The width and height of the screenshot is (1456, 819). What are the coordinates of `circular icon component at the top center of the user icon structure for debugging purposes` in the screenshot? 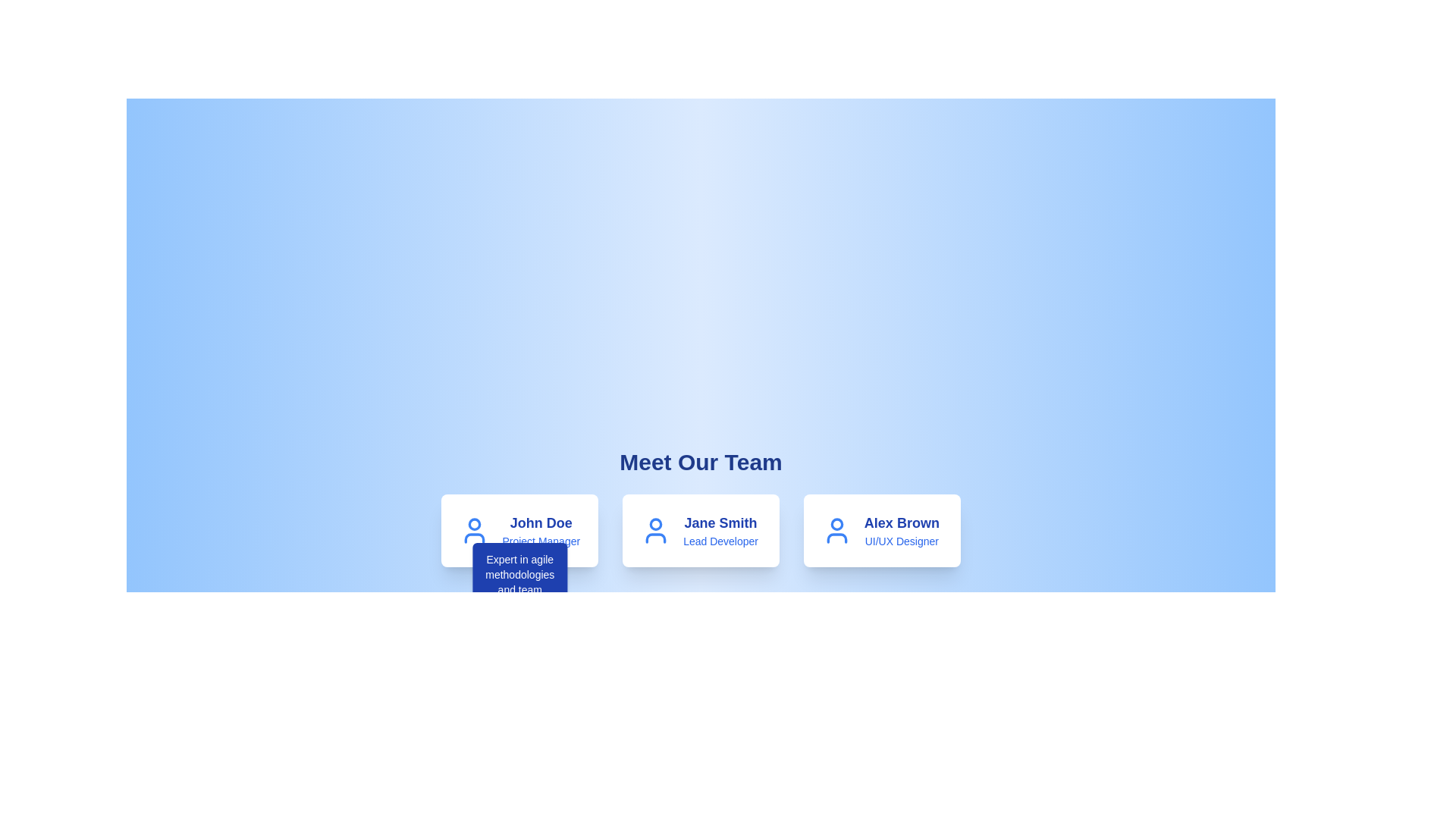 It's located at (655, 522).